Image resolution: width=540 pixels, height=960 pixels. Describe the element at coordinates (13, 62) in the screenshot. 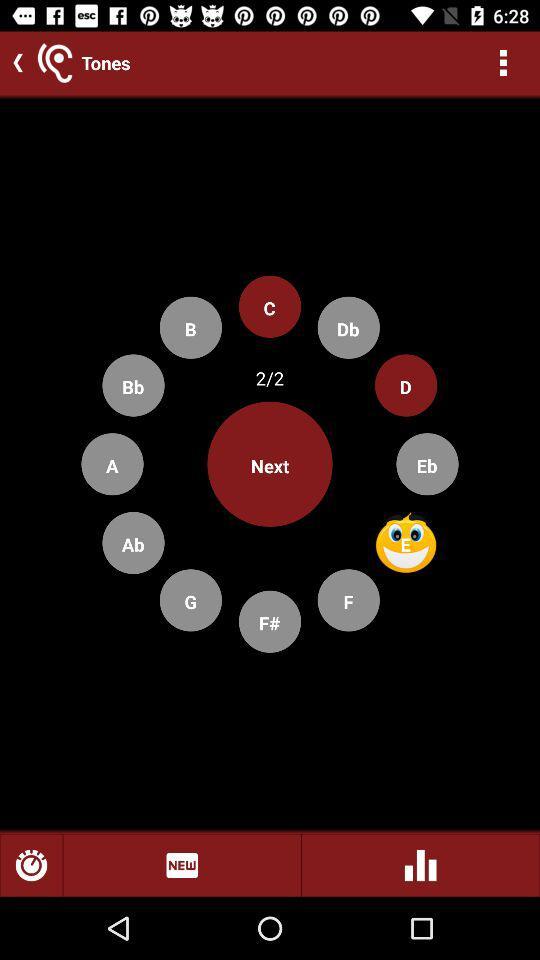

I see `the arrow_backward icon` at that location.